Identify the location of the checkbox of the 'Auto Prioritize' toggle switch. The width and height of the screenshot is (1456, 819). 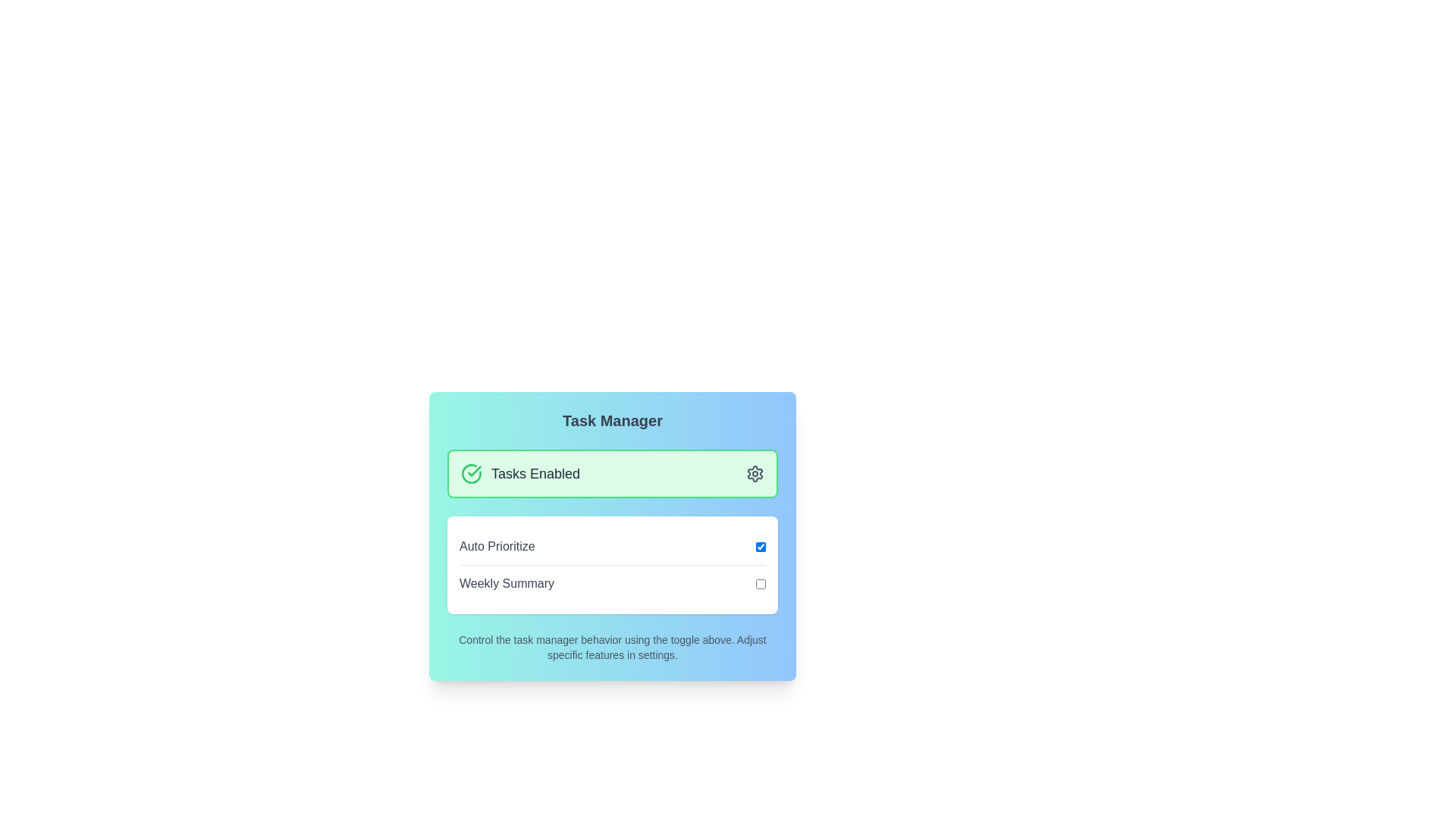
(612, 547).